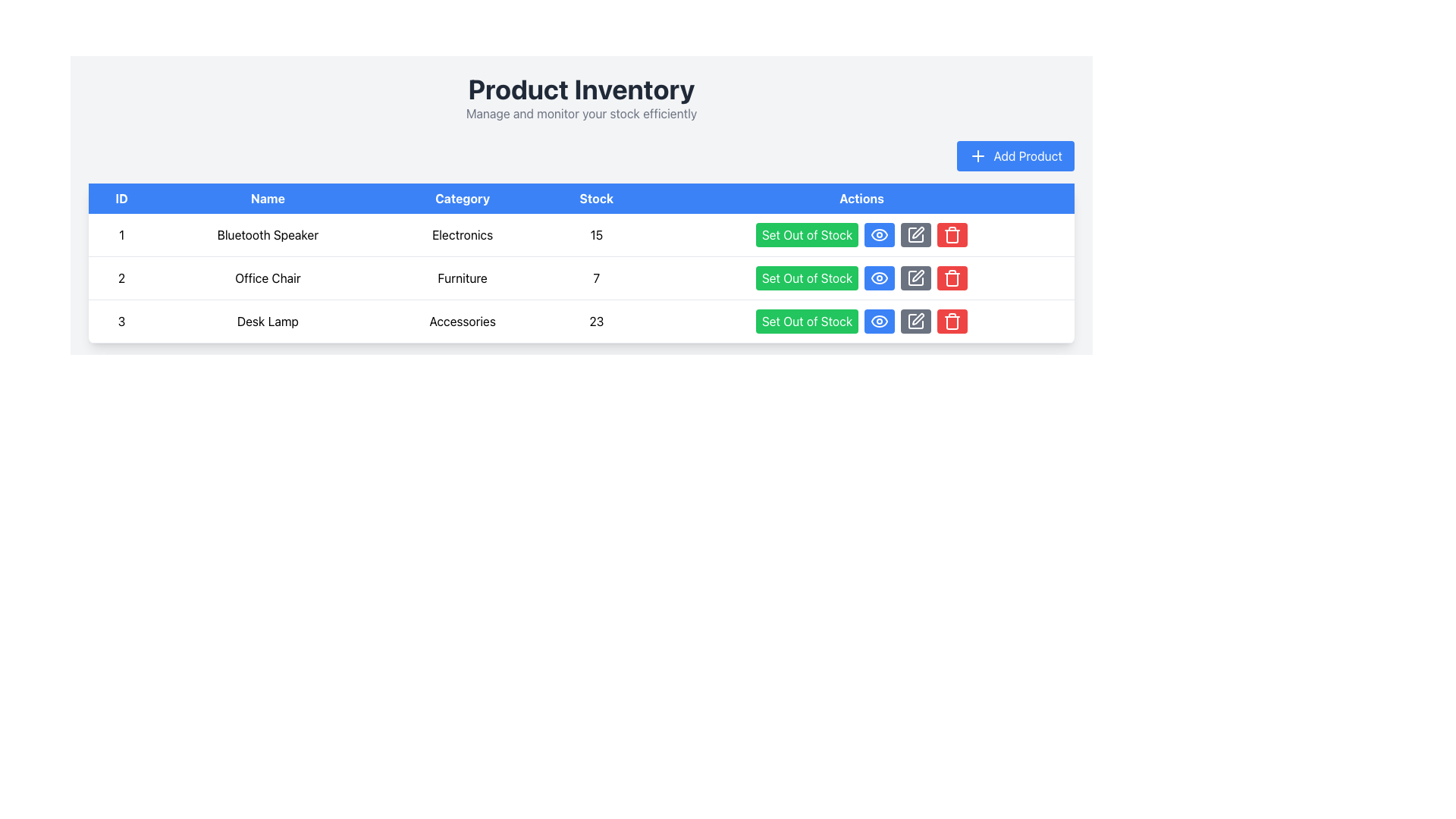  What do you see at coordinates (806, 321) in the screenshot?
I see `the first button in the Actions column of the third row to mark the Desk Lamp as out of stock` at bounding box center [806, 321].